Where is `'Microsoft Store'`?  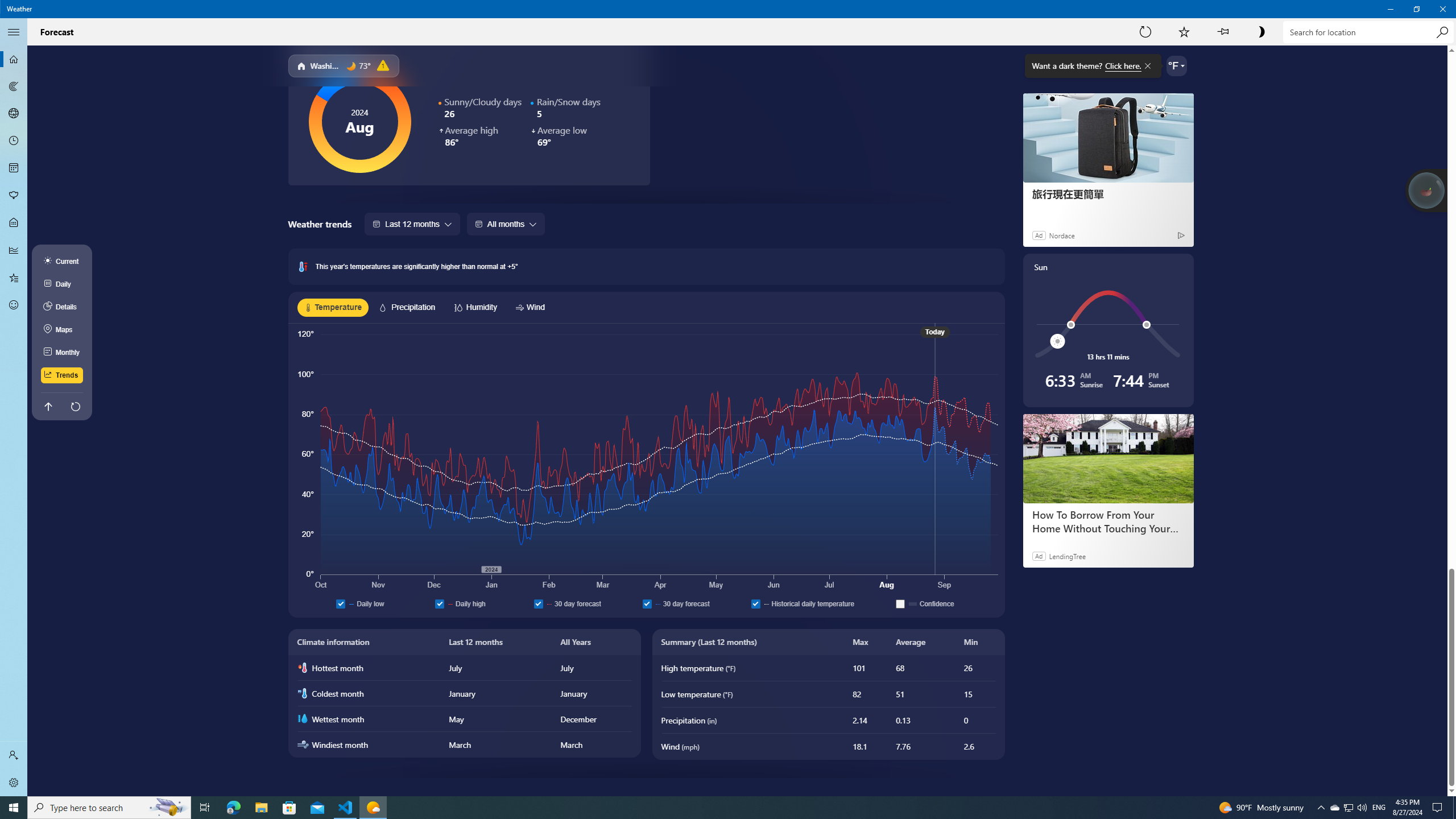
'Microsoft Store' is located at coordinates (289, 806).